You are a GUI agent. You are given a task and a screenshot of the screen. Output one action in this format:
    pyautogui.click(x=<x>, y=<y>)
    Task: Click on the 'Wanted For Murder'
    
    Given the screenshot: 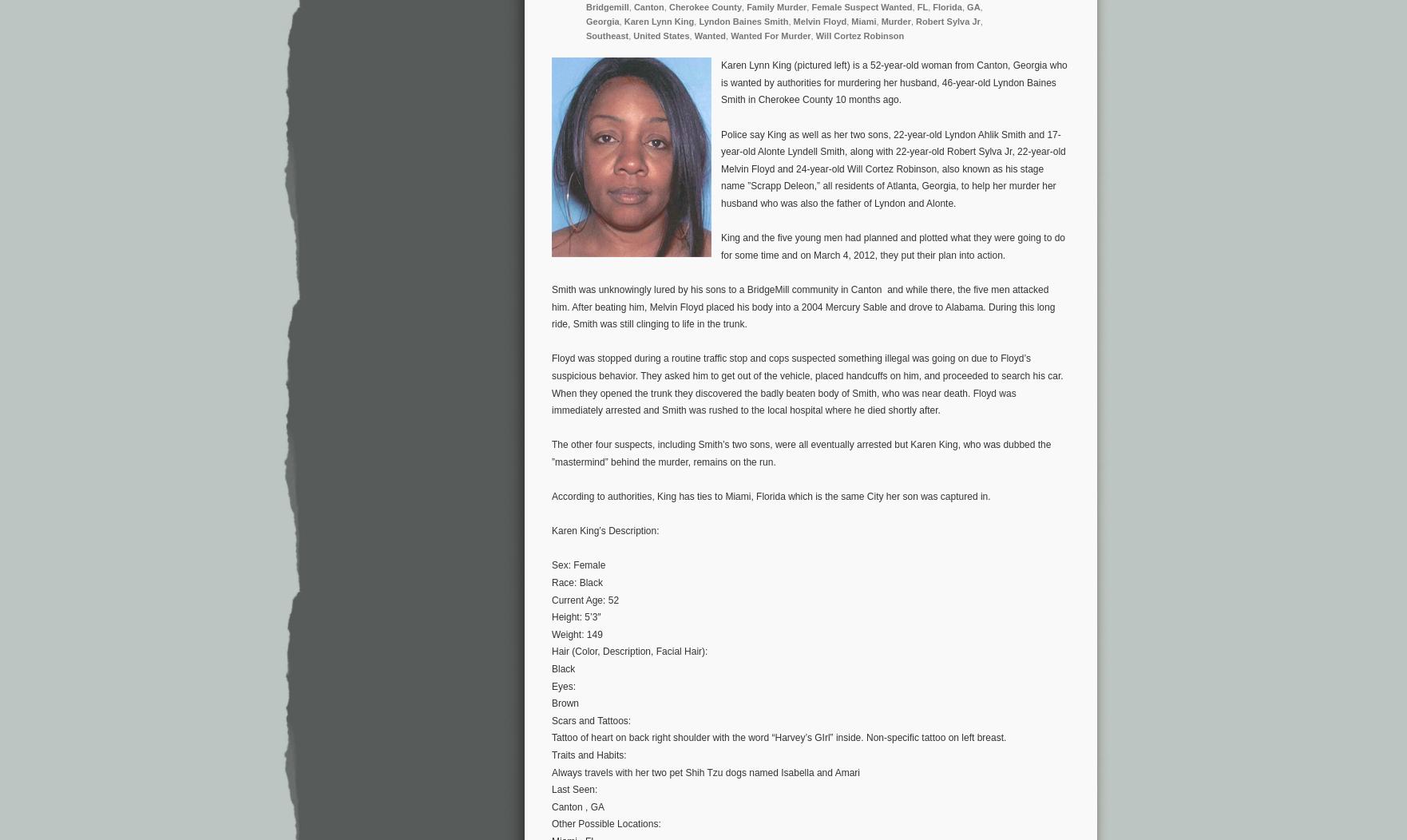 What is the action you would take?
    pyautogui.click(x=771, y=34)
    